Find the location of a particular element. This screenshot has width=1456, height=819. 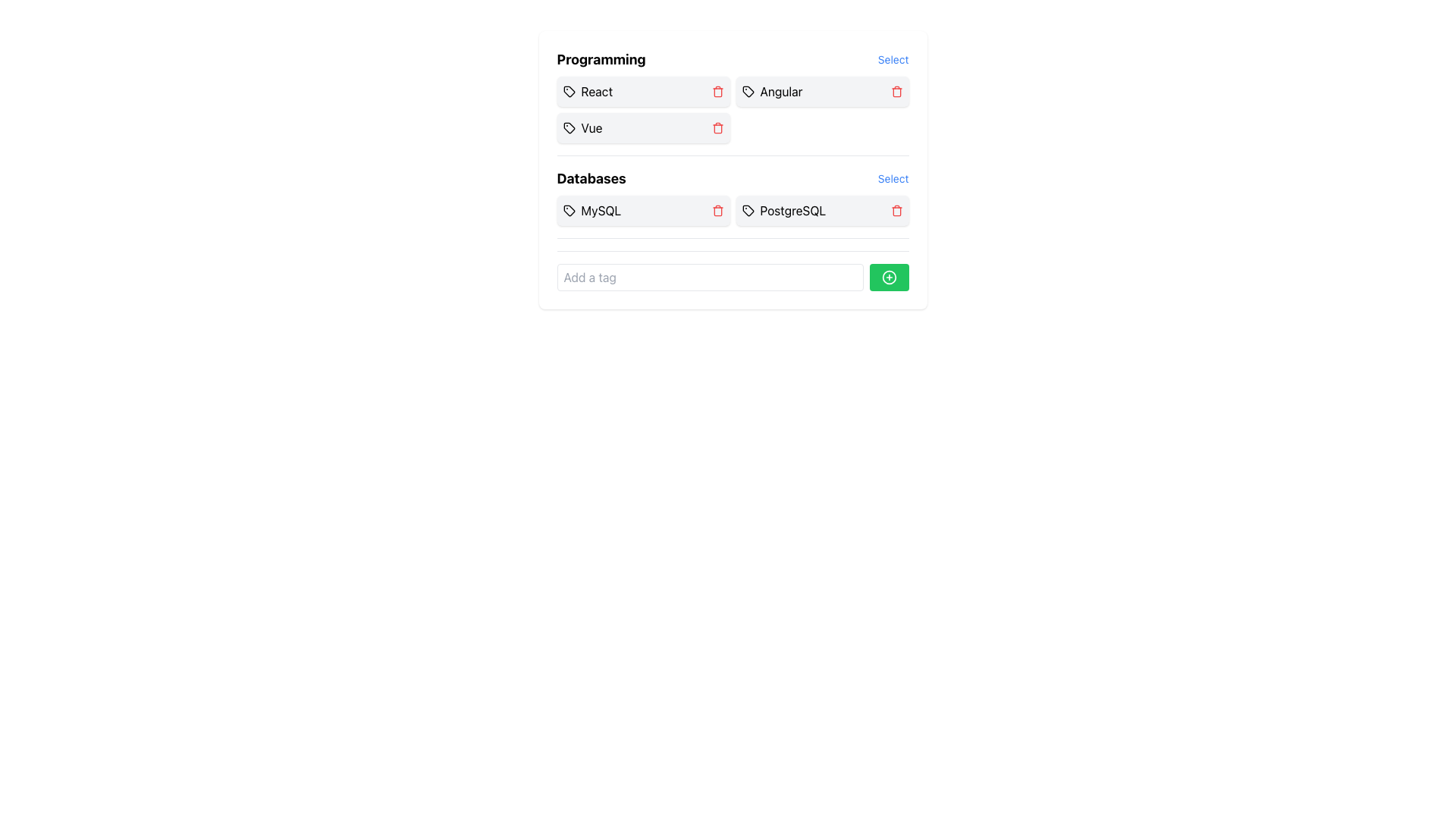

the clickable text label located at the top-right corner of the 'Programming' header is located at coordinates (893, 58).